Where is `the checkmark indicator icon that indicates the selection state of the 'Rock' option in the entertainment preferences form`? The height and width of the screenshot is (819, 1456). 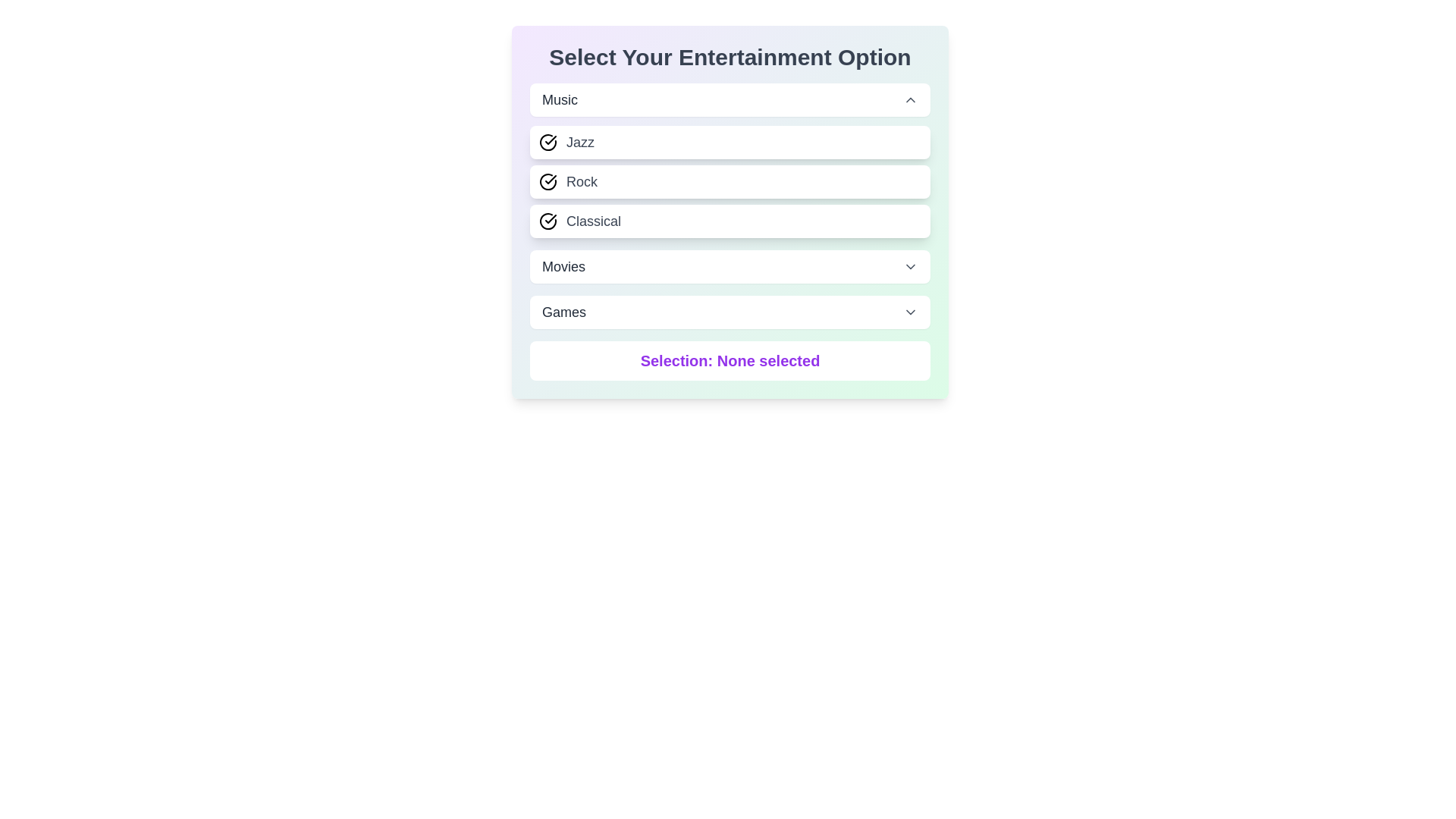
the checkmark indicator icon that indicates the selection state of the 'Rock' option in the entertainment preferences form is located at coordinates (548, 180).